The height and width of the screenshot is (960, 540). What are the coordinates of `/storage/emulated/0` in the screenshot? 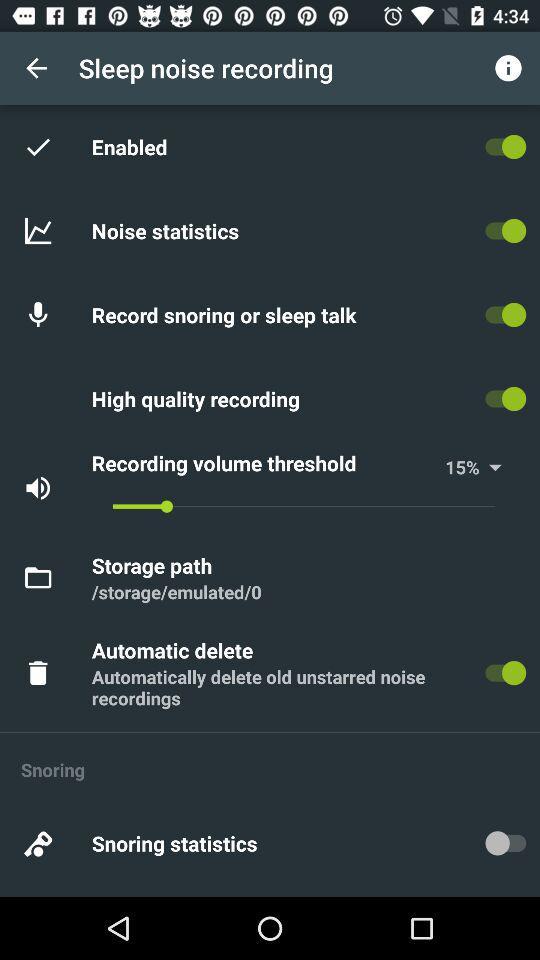 It's located at (176, 592).